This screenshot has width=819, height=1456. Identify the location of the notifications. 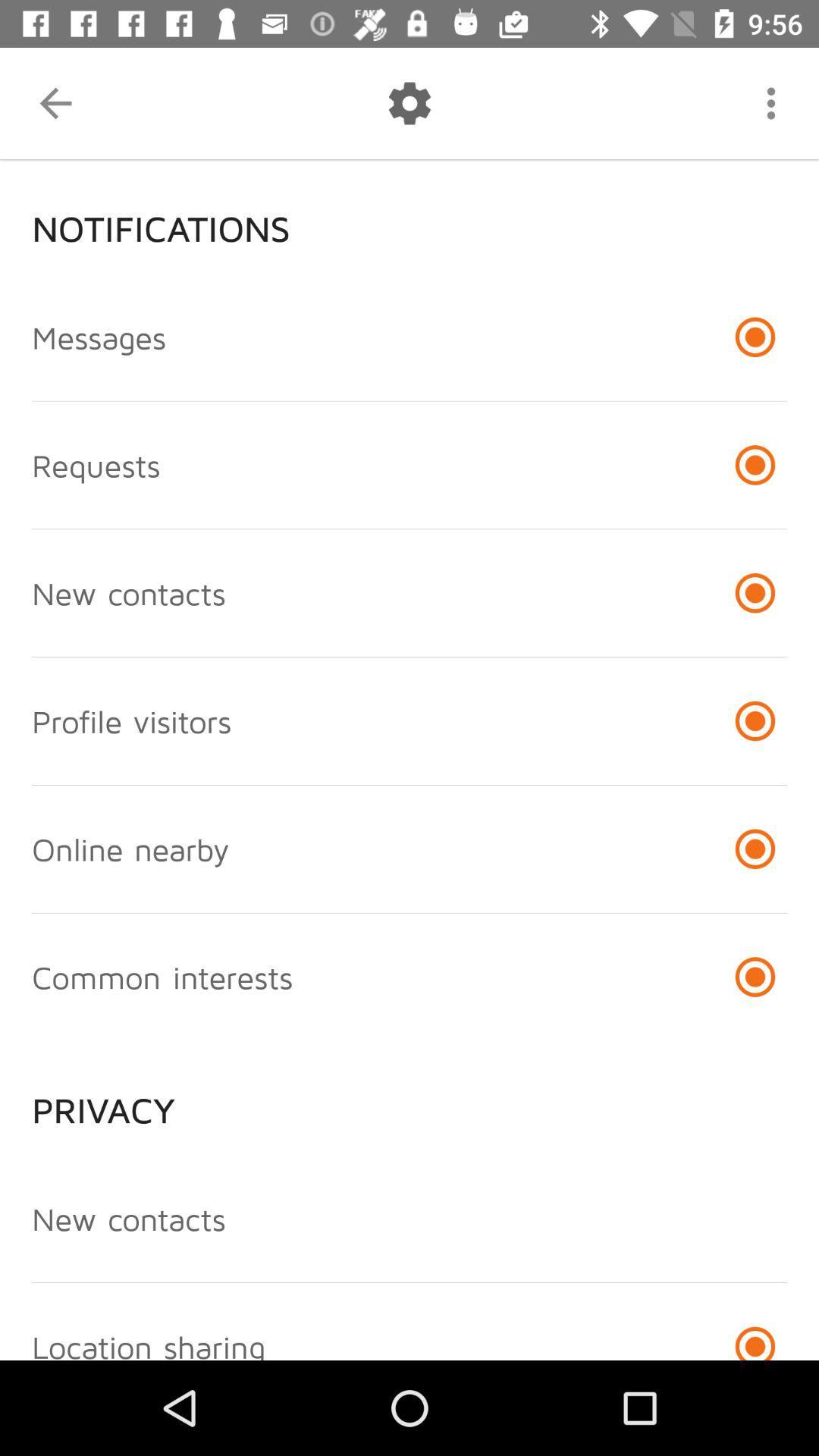
(409, 215).